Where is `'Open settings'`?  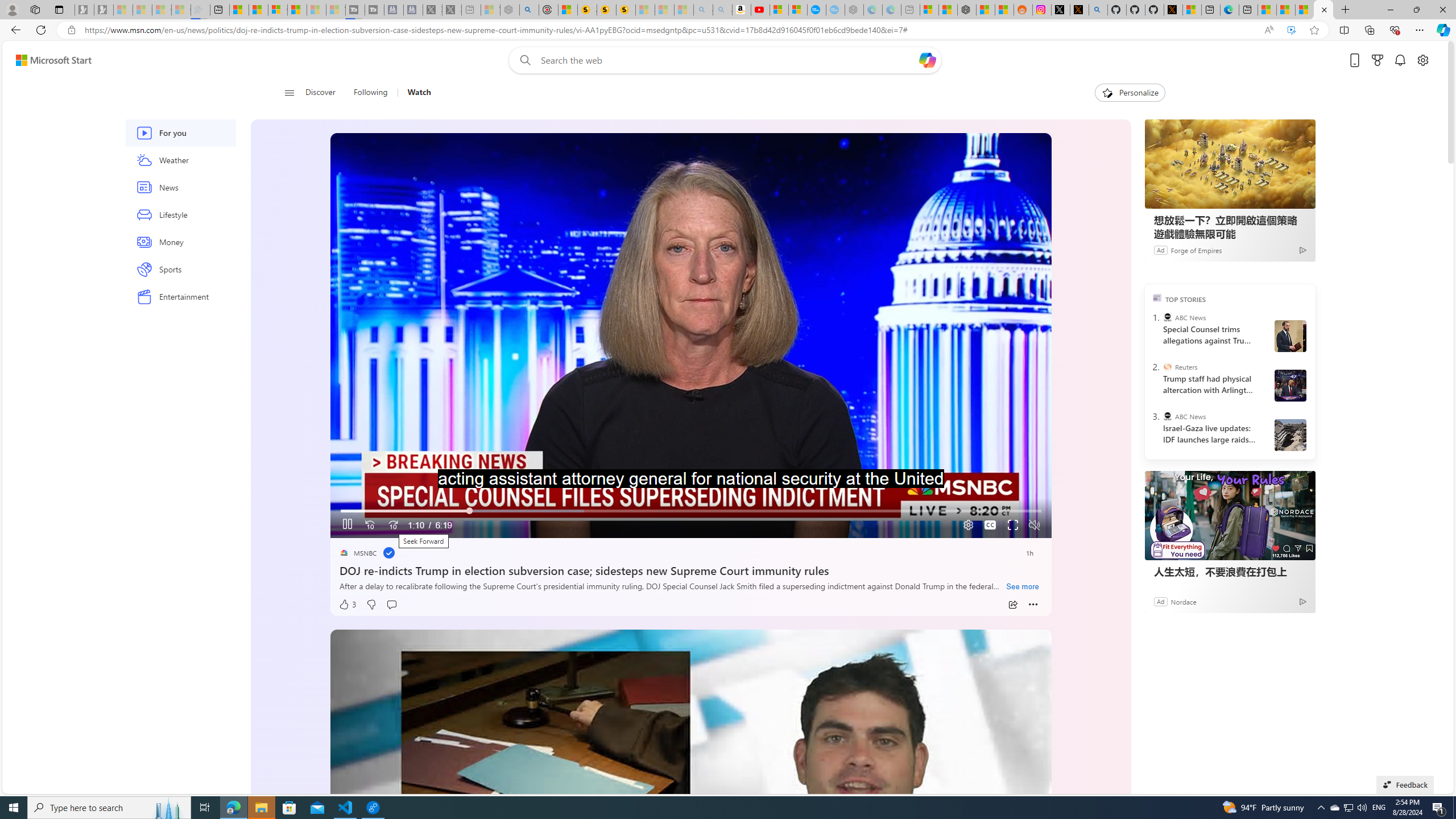
'Open settings' is located at coordinates (1423, 60).